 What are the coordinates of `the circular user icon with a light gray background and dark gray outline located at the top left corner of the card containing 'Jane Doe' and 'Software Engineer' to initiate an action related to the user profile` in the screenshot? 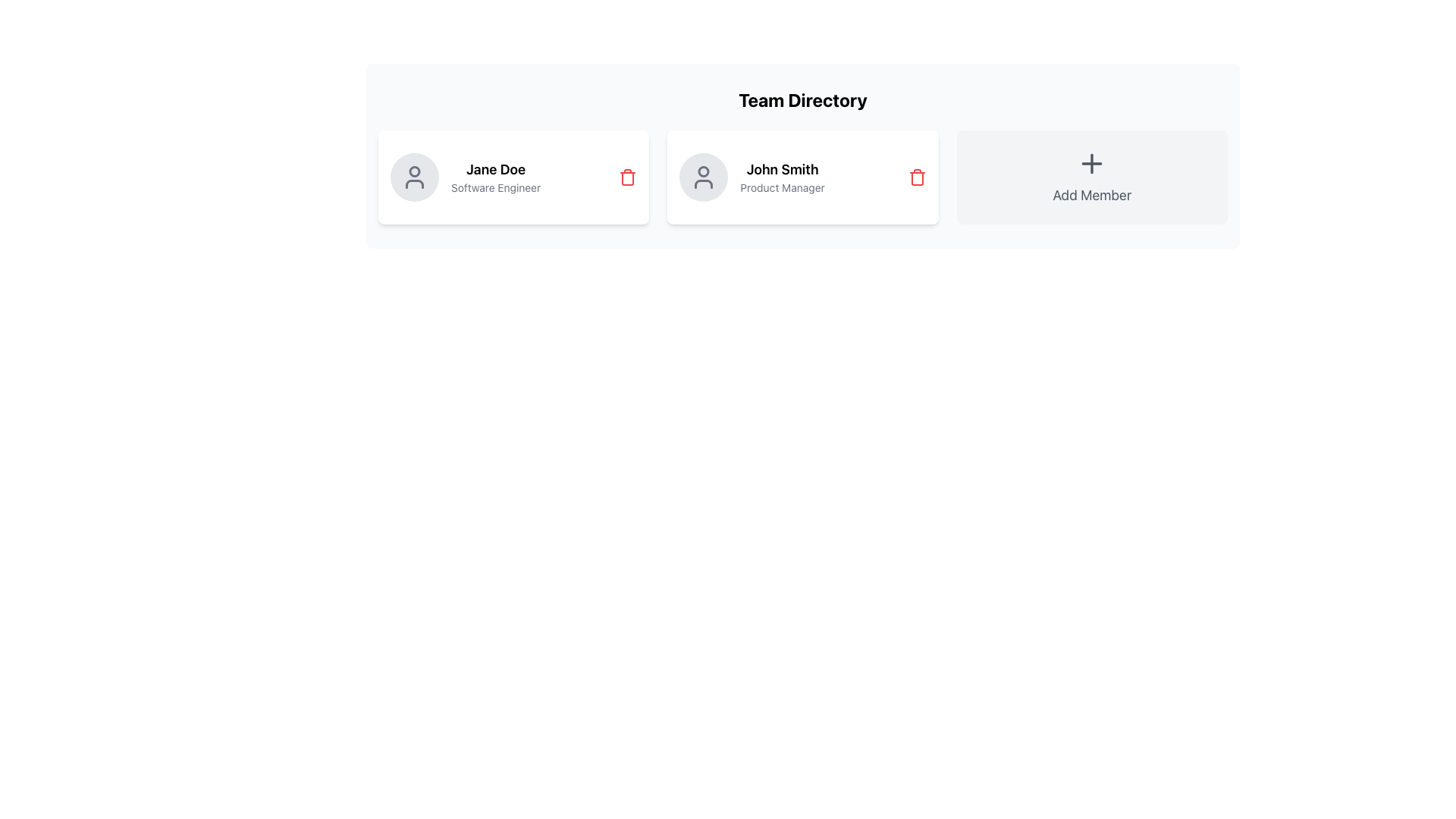 It's located at (415, 177).